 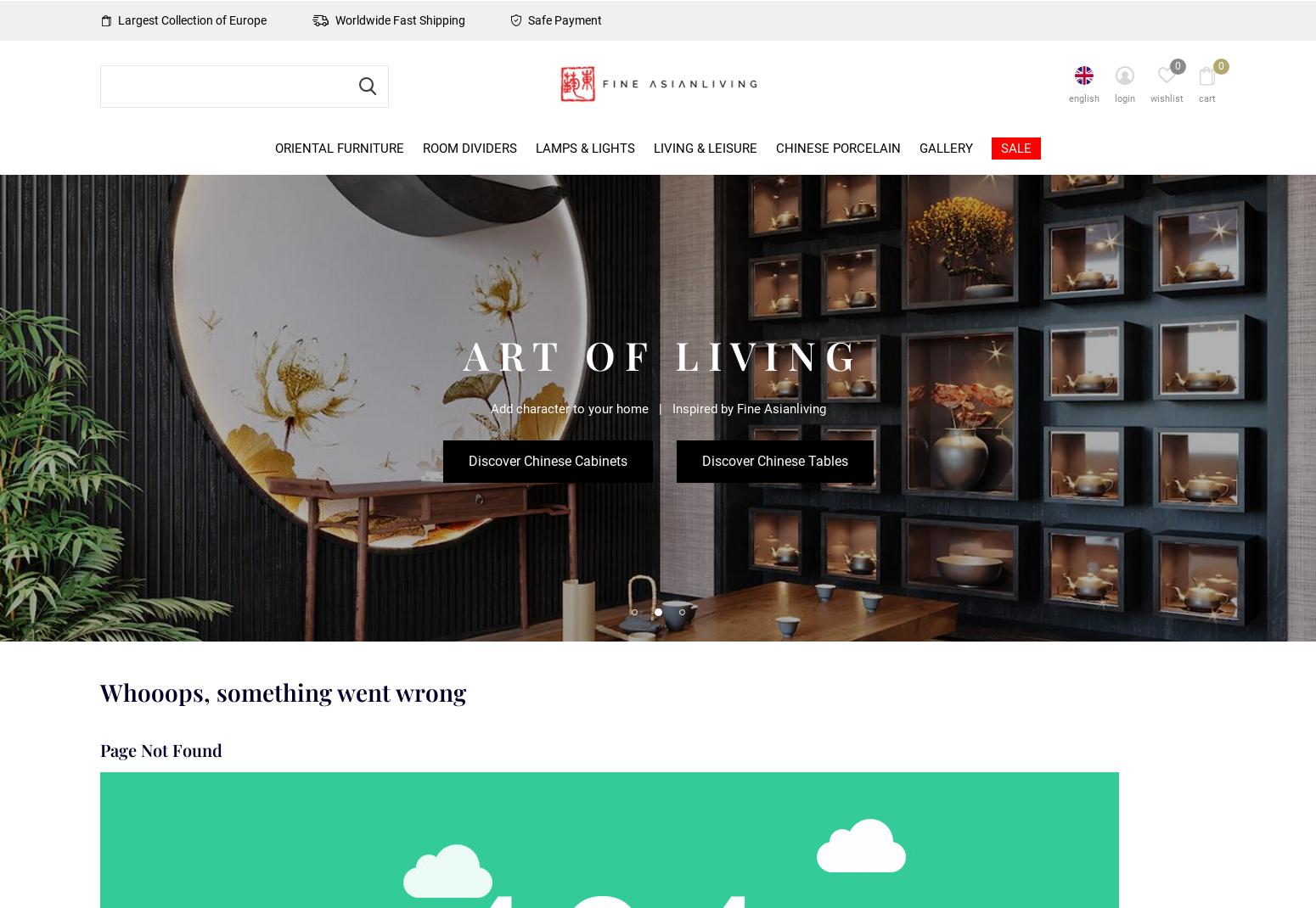 I want to click on 'cart', so click(x=1206, y=98).